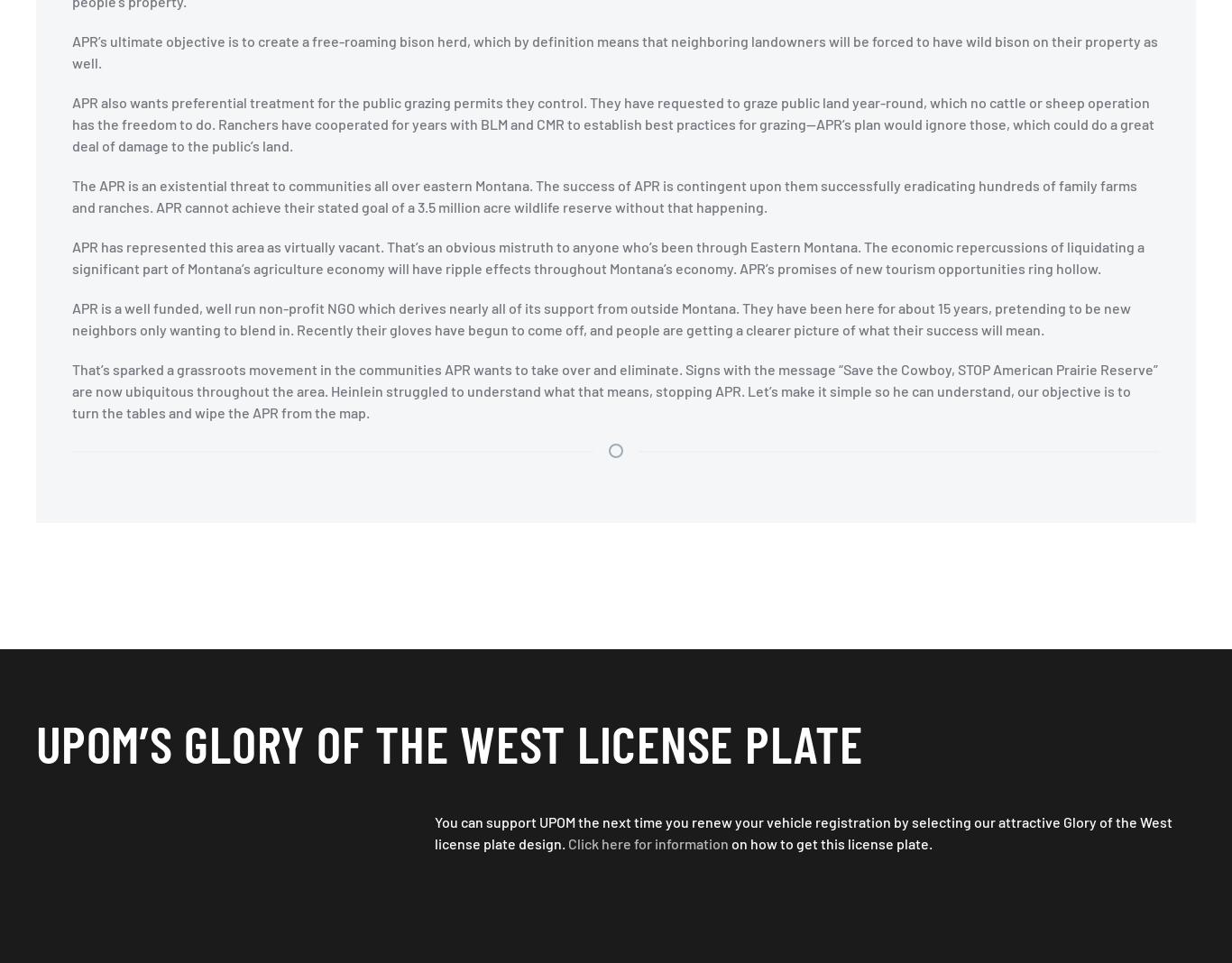  What do you see at coordinates (803, 830) in the screenshot?
I see `'You can support UPOM the next time you renew your vehicle registration by selecting our attractive Glory of the West license plate design.'` at bounding box center [803, 830].